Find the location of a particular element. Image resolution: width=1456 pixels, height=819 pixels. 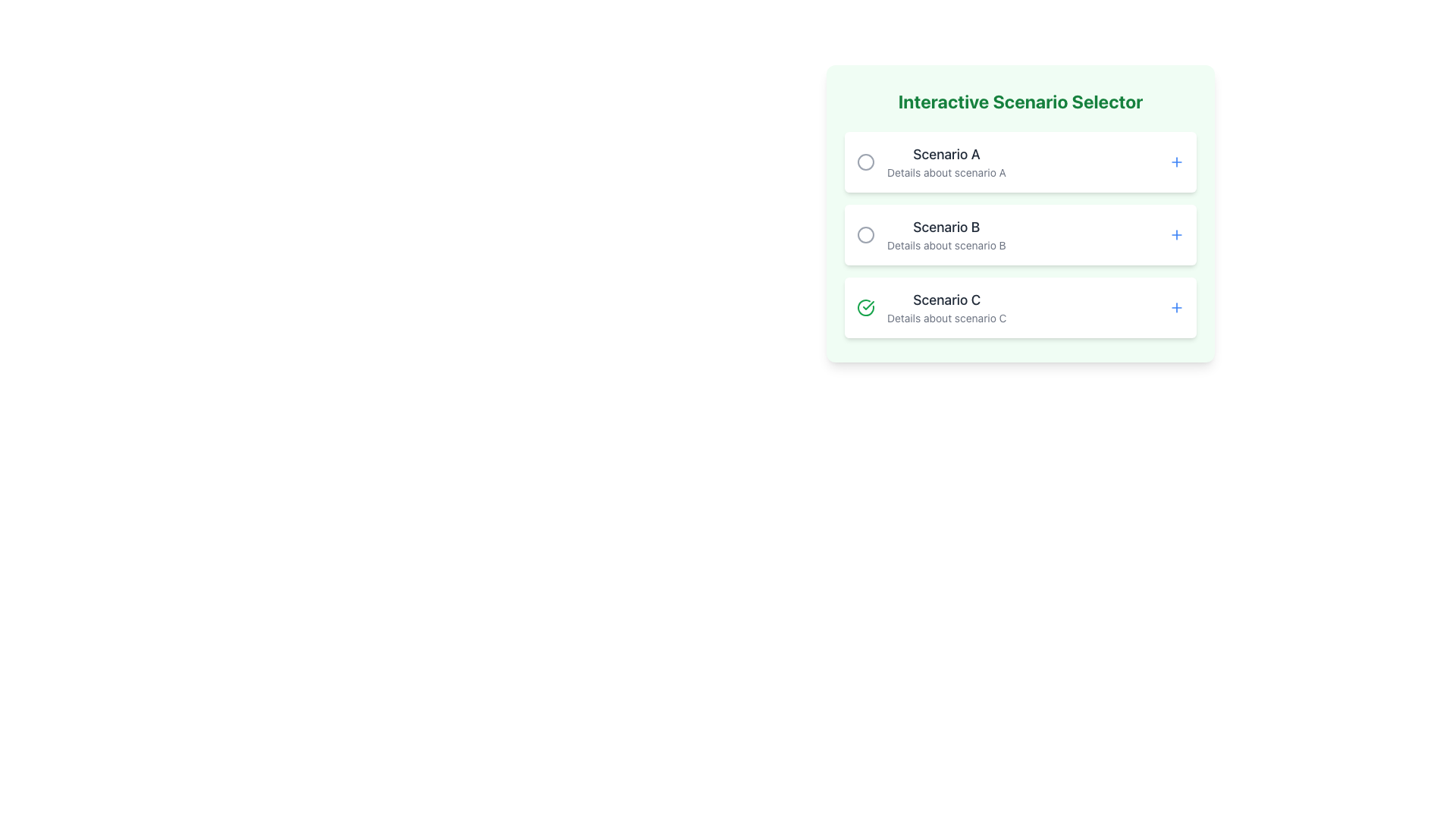

the label representing 'Scenario B' in the interactive selector interface, located within the second card of a vertically-stacked group of cards is located at coordinates (946, 227).